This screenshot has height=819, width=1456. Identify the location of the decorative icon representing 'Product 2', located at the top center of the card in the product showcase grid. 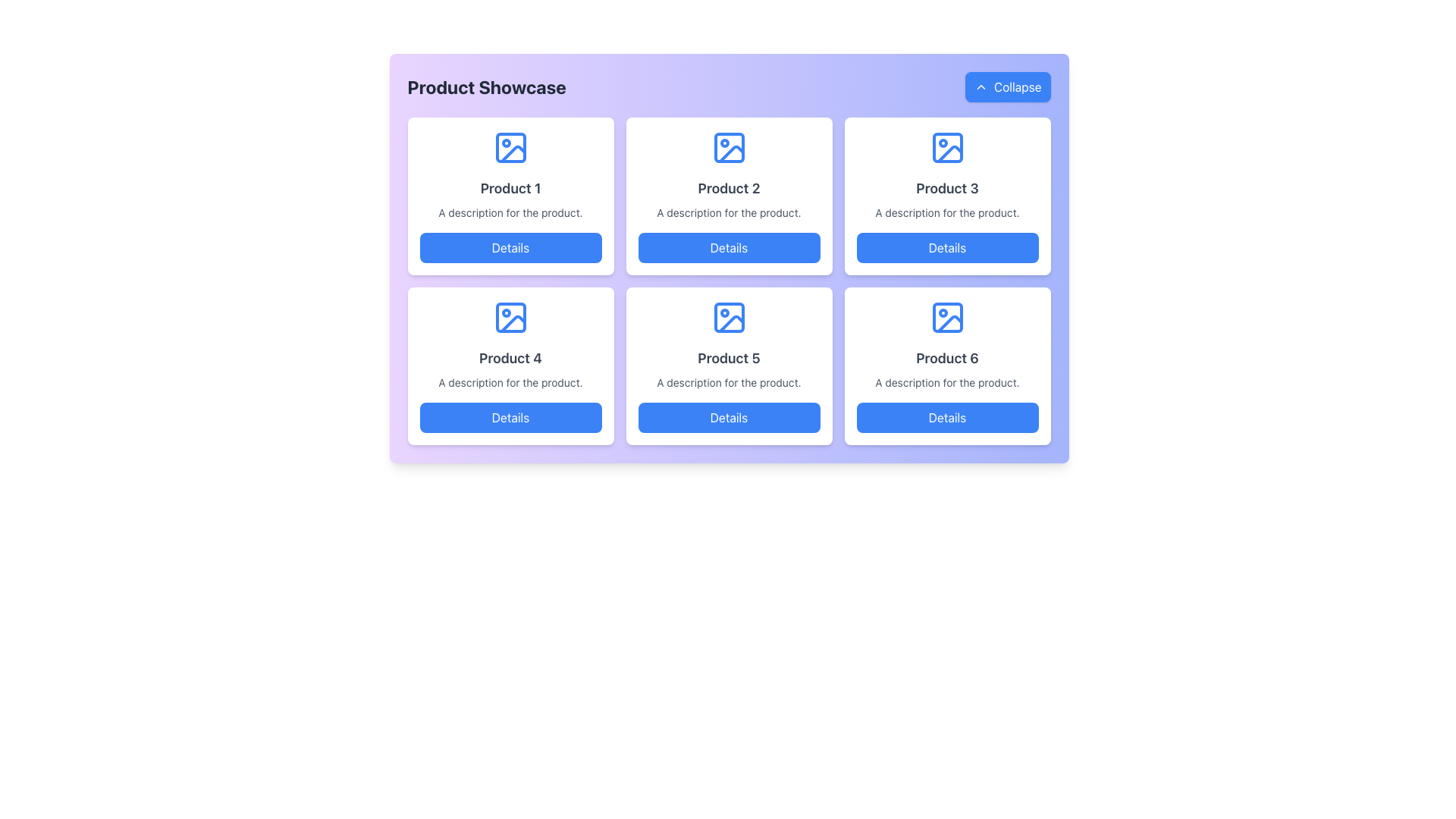
(729, 148).